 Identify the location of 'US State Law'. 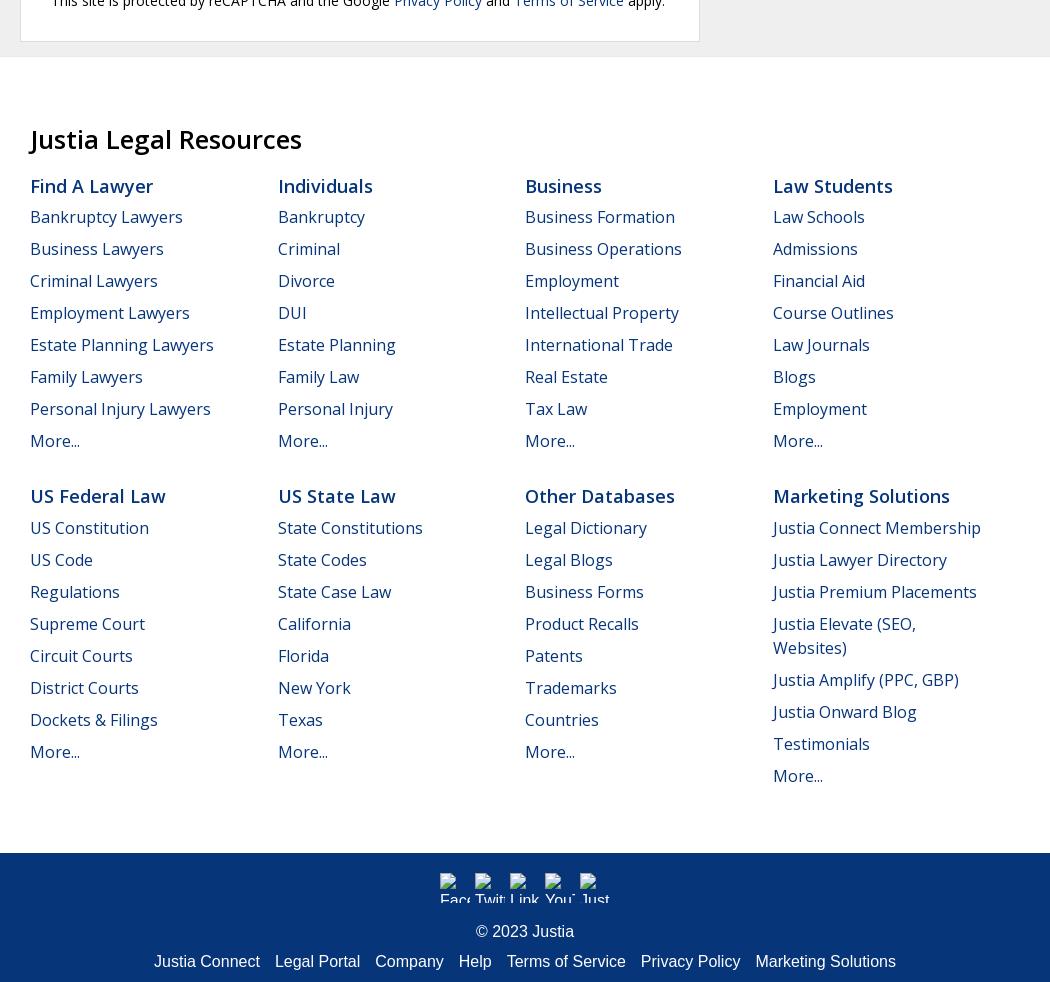
(336, 495).